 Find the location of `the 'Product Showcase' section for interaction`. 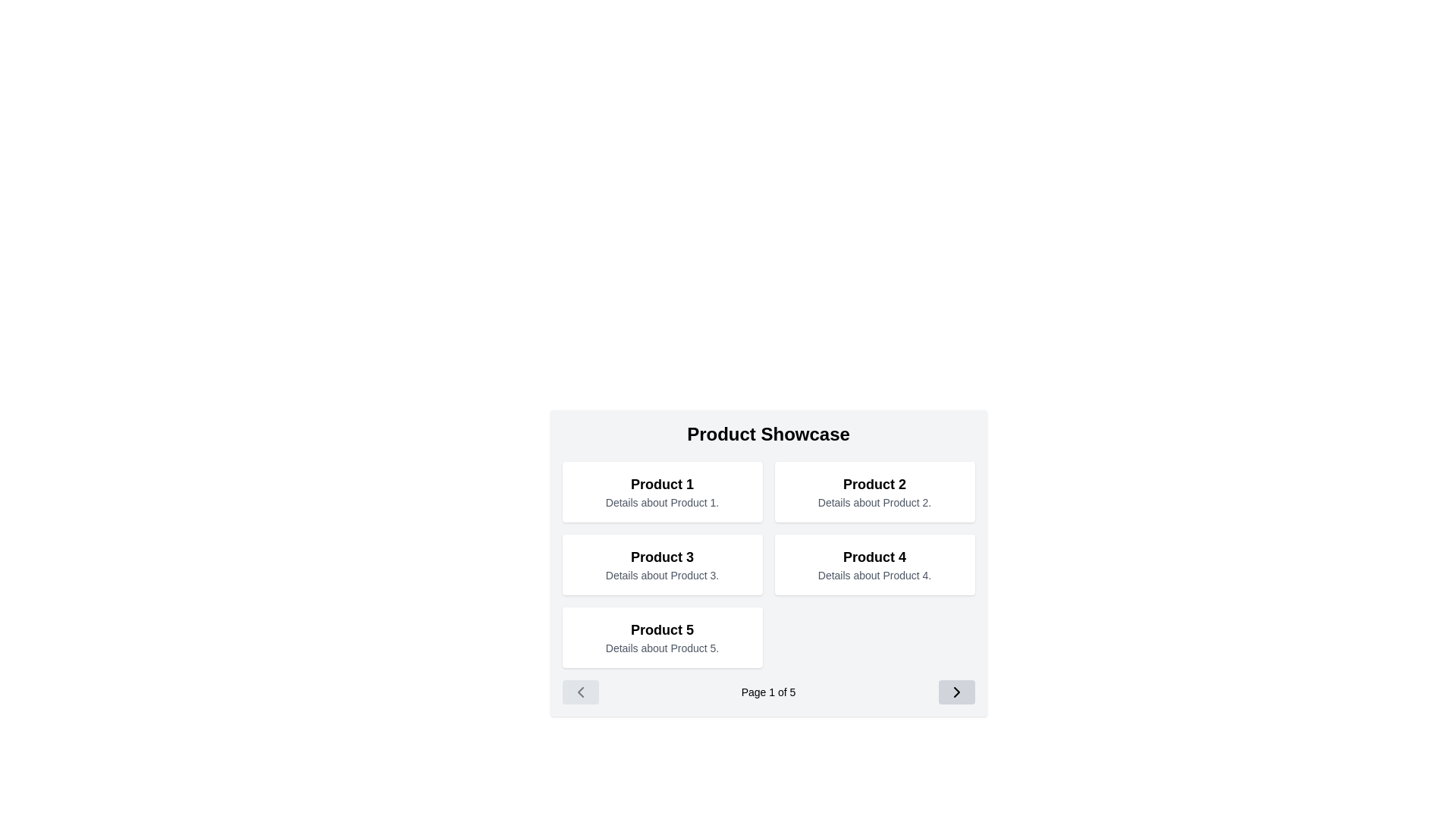

the 'Product Showcase' section for interaction is located at coordinates (768, 563).